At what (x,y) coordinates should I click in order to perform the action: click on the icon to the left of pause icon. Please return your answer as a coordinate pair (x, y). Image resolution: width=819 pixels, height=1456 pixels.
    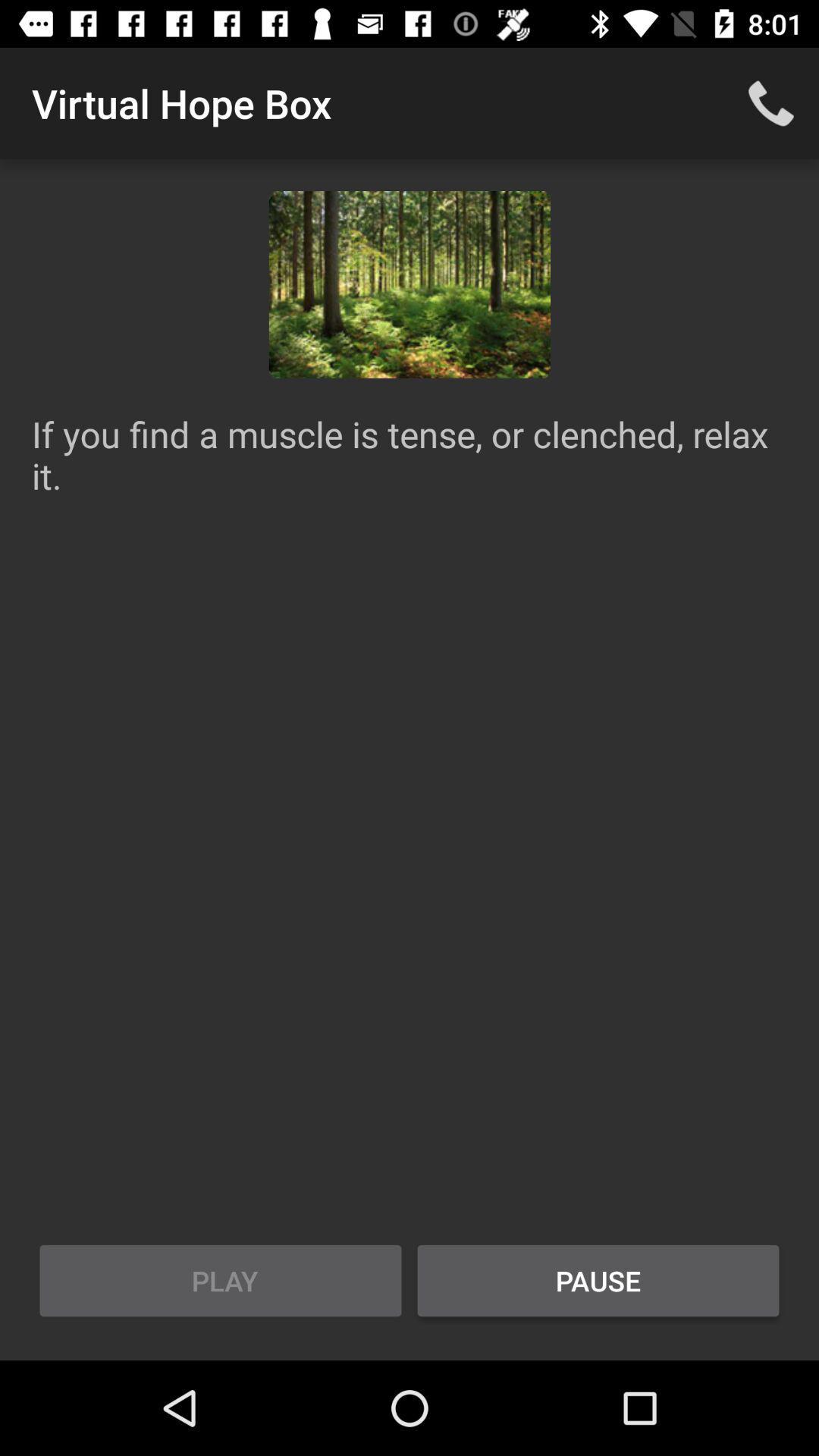
    Looking at the image, I should click on (220, 1280).